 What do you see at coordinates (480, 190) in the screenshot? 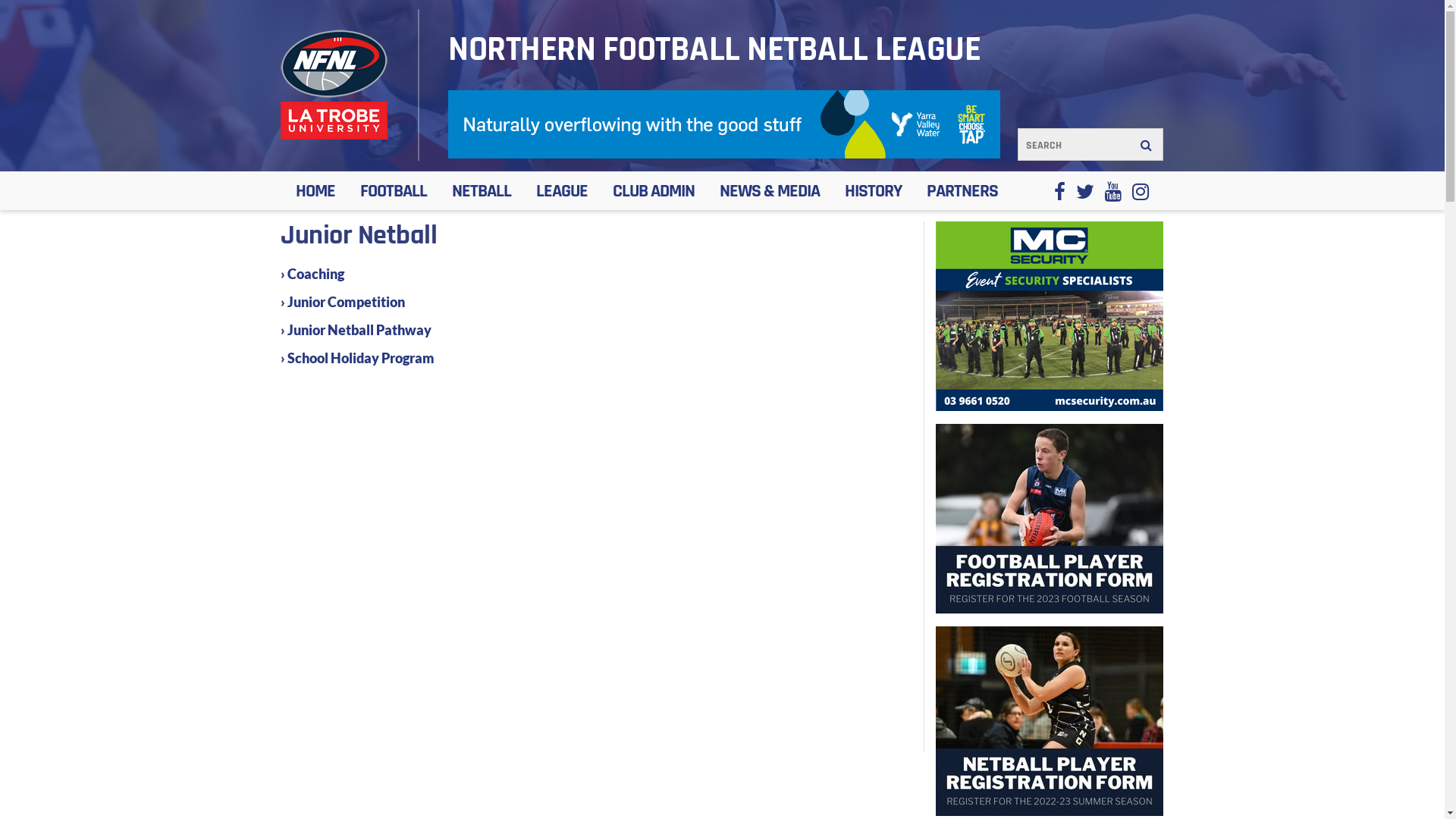
I see `'NETBALL'` at bounding box center [480, 190].